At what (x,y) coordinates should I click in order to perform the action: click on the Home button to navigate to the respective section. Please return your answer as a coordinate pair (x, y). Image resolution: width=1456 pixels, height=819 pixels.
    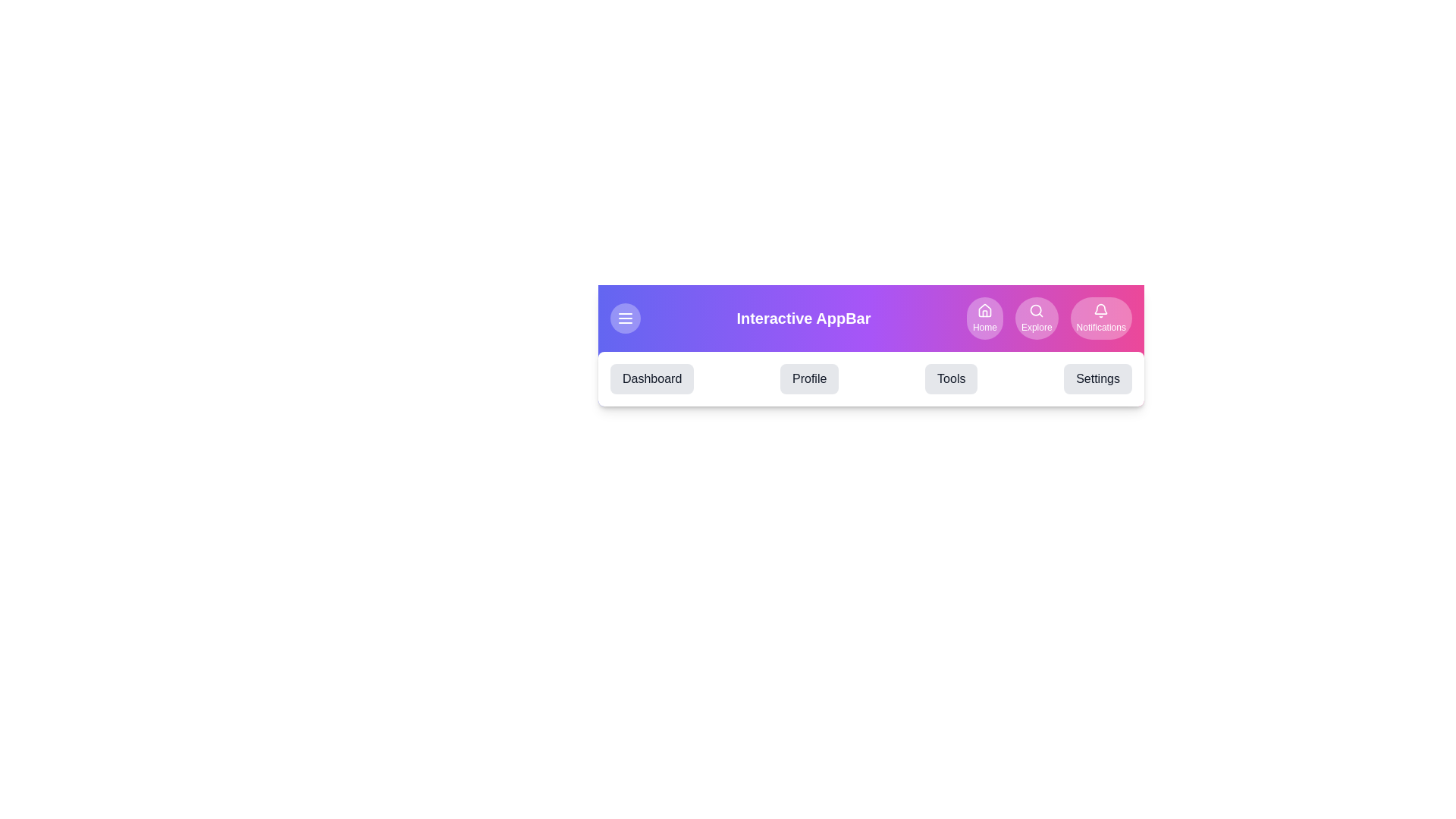
    Looking at the image, I should click on (984, 318).